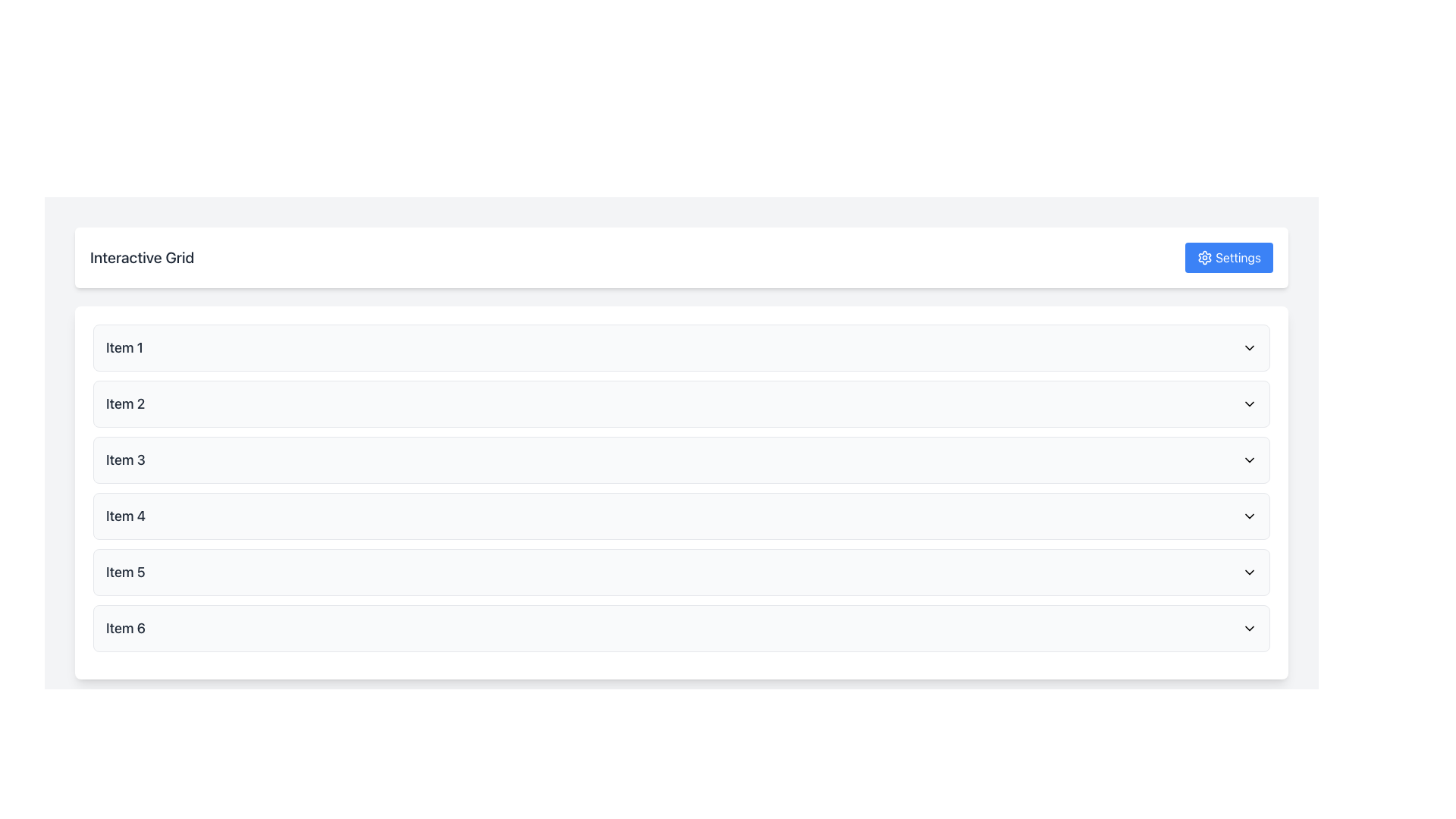 This screenshot has height=819, width=1456. I want to click on the small, downward-facing chevron icon located on the right side of the list item labeled 'Item 2', so click(1249, 403).